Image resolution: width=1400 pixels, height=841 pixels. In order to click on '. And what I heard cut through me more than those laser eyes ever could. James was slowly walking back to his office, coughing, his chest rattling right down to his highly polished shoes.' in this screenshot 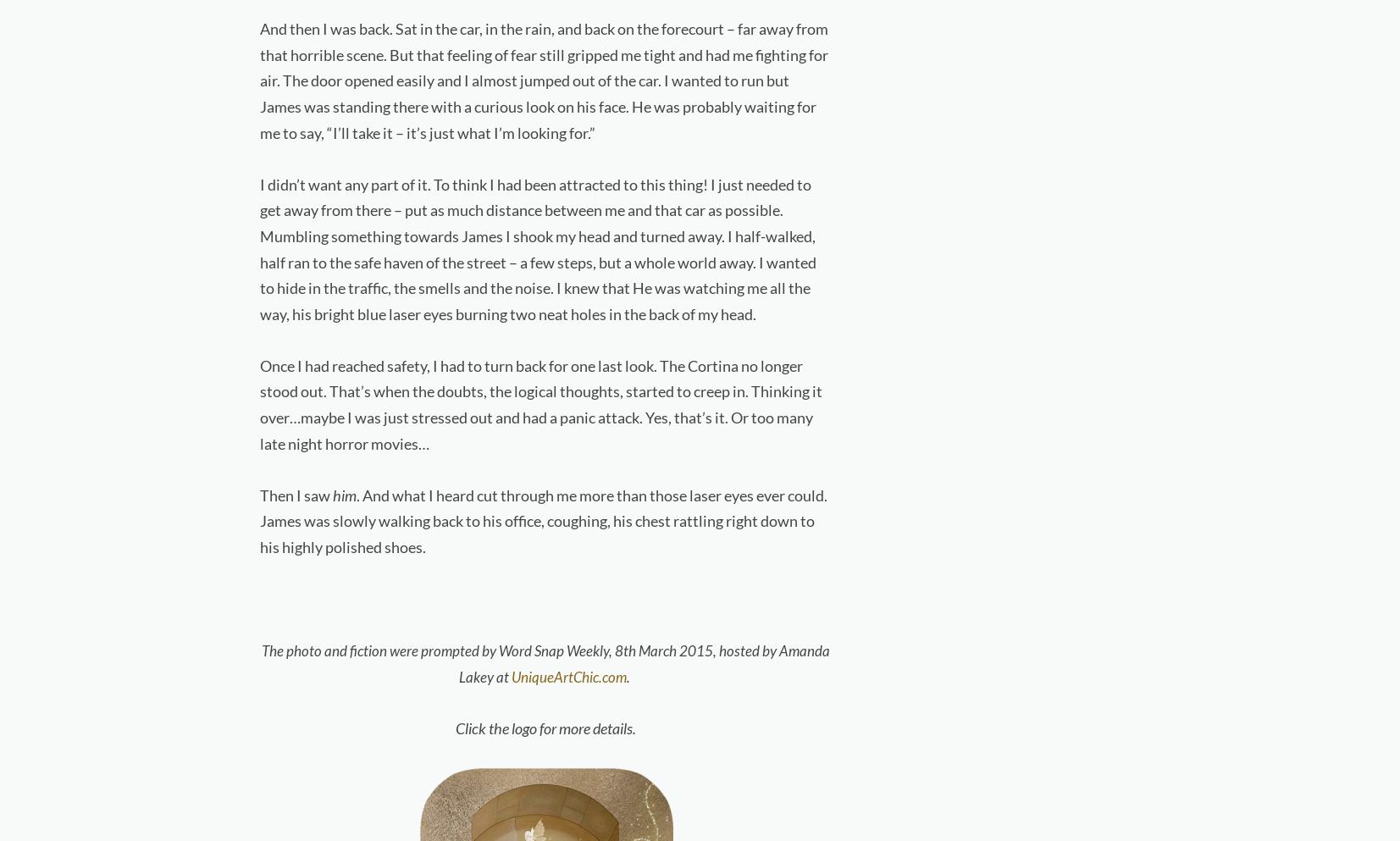, I will do `click(542, 519)`.